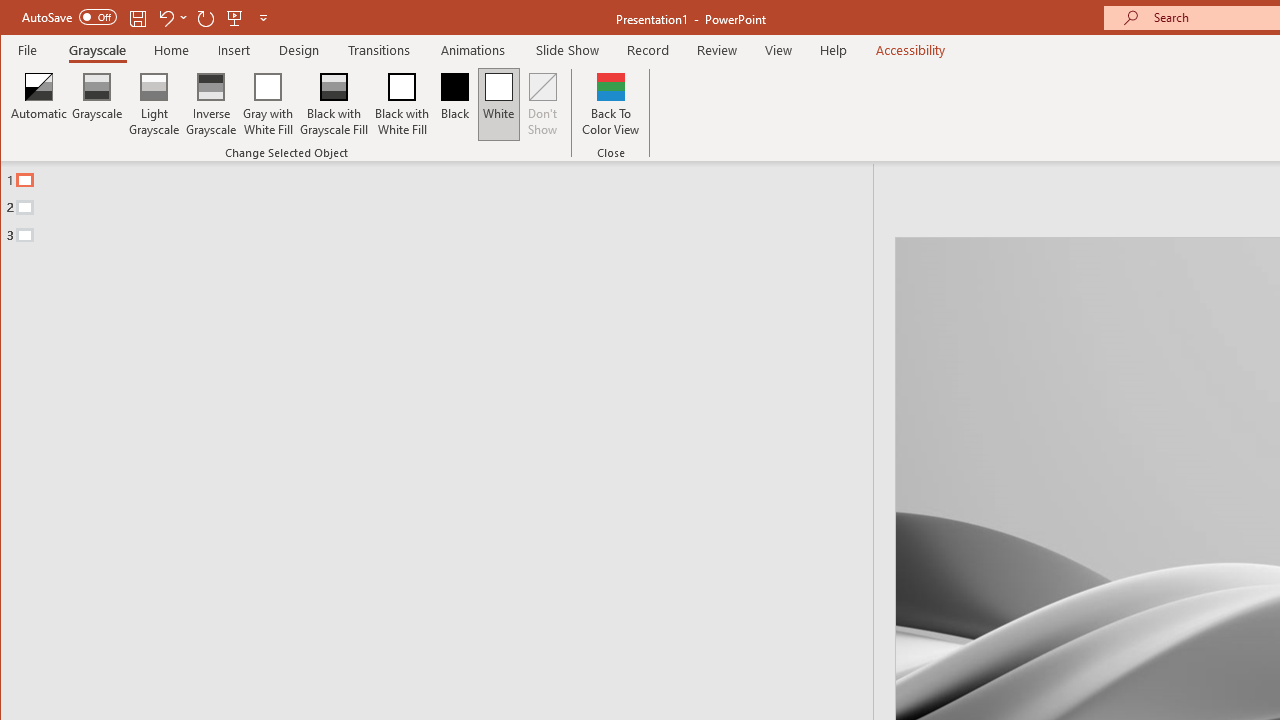 The height and width of the screenshot is (720, 1280). What do you see at coordinates (778, 49) in the screenshot?
I see `'View'` at bounding box center [778, 49].